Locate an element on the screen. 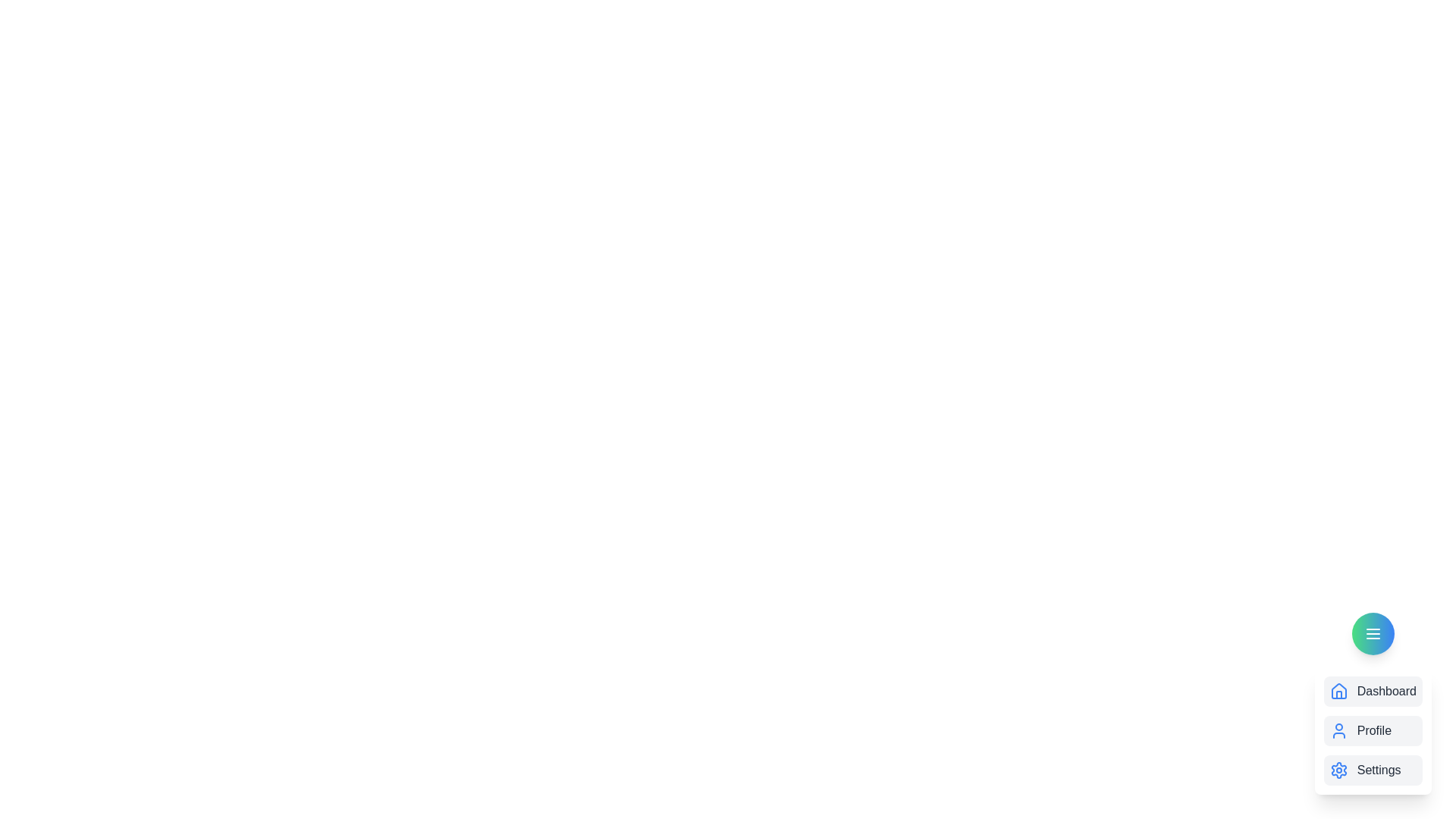 This screenshot has height=819, width=1456. the Dashboard from the menu options is located at coordinates (1373, 691).